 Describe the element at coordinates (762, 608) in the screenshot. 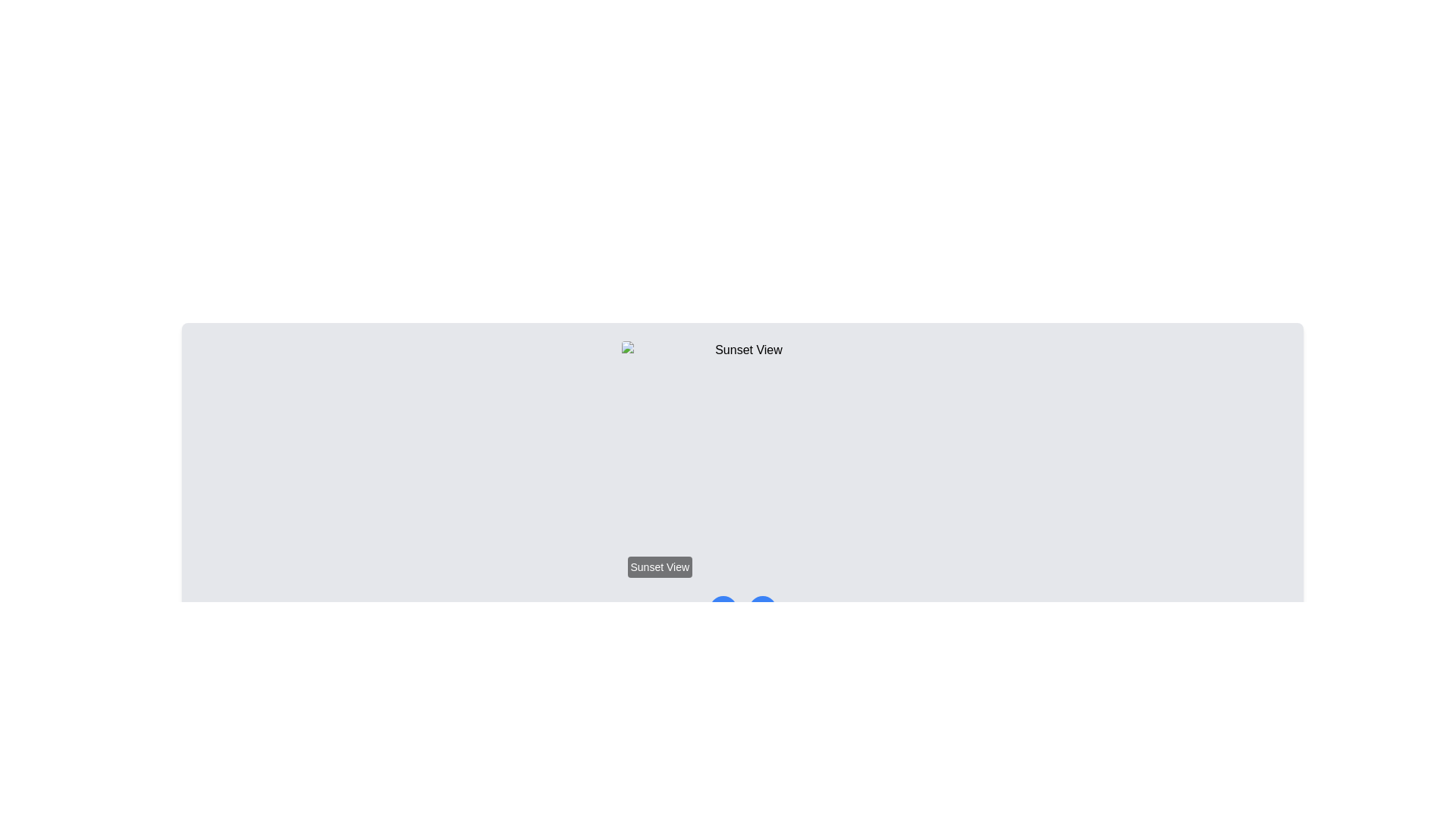

I see `the chevron icon representing a 'next' or 'forward' action located at the center of the interface` at that location.